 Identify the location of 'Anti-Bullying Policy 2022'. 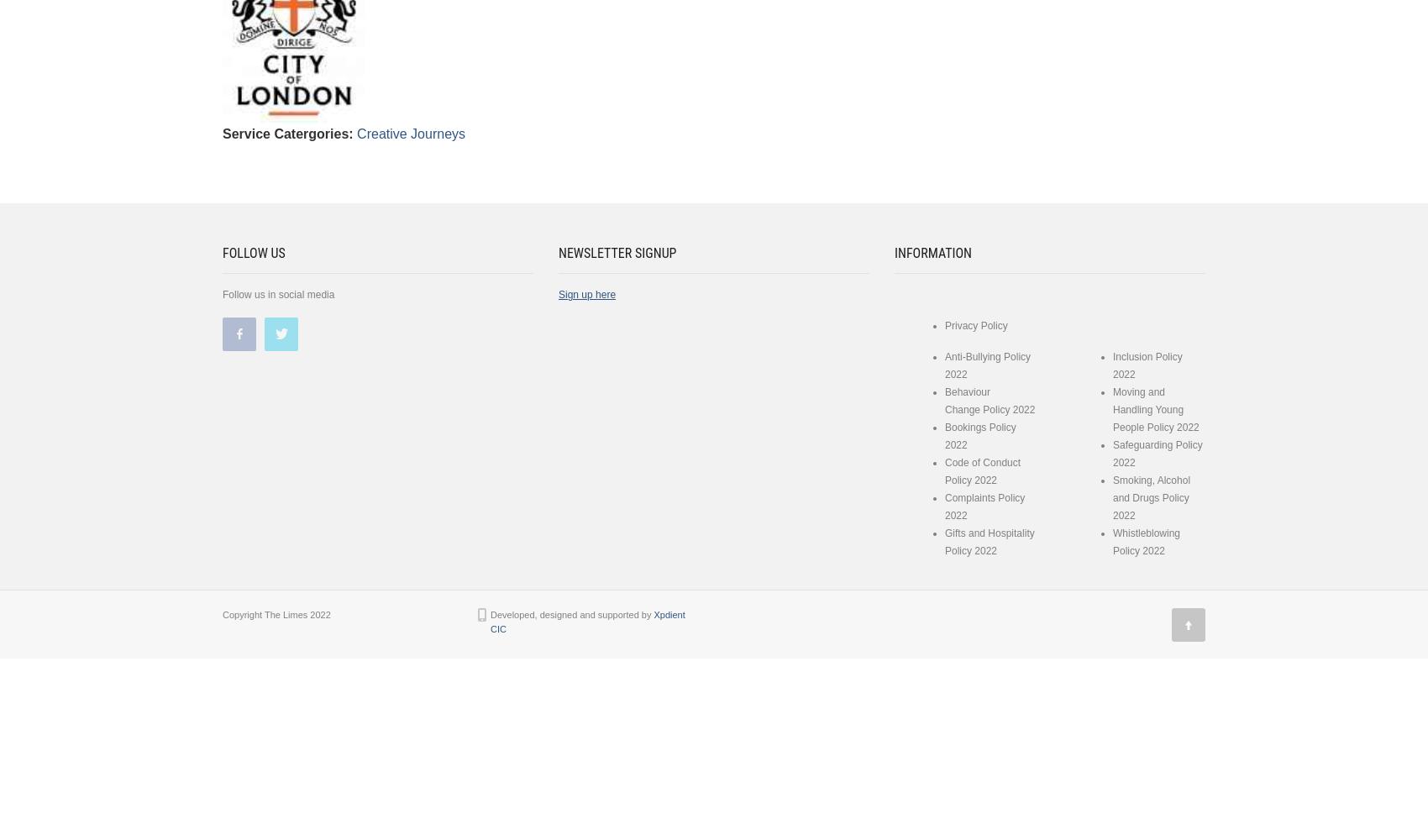
(987, 365).